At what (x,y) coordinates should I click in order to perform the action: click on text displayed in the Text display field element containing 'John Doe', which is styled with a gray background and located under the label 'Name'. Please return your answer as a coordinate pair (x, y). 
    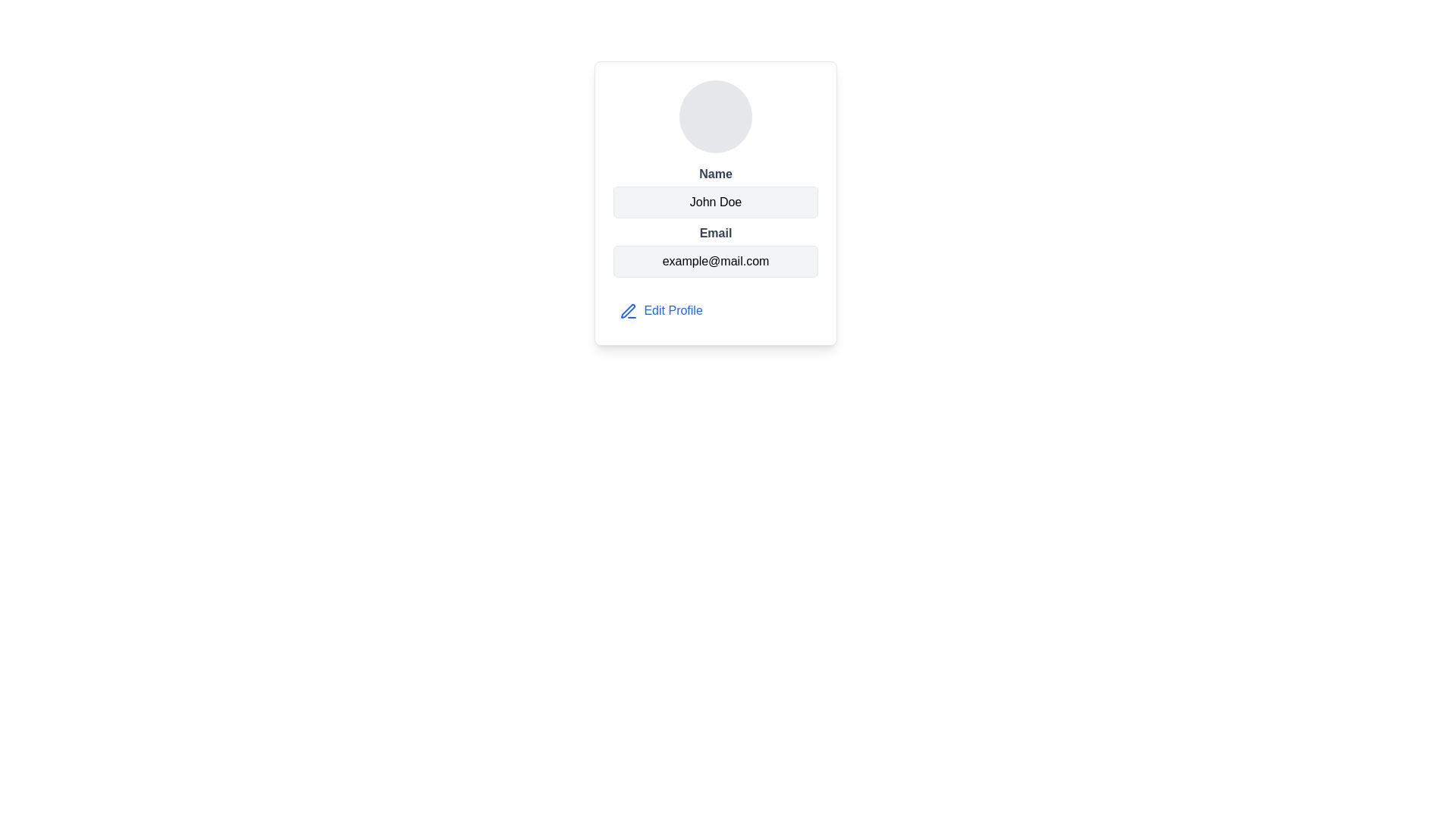
    Looking at the image, I should click on (715, 201).